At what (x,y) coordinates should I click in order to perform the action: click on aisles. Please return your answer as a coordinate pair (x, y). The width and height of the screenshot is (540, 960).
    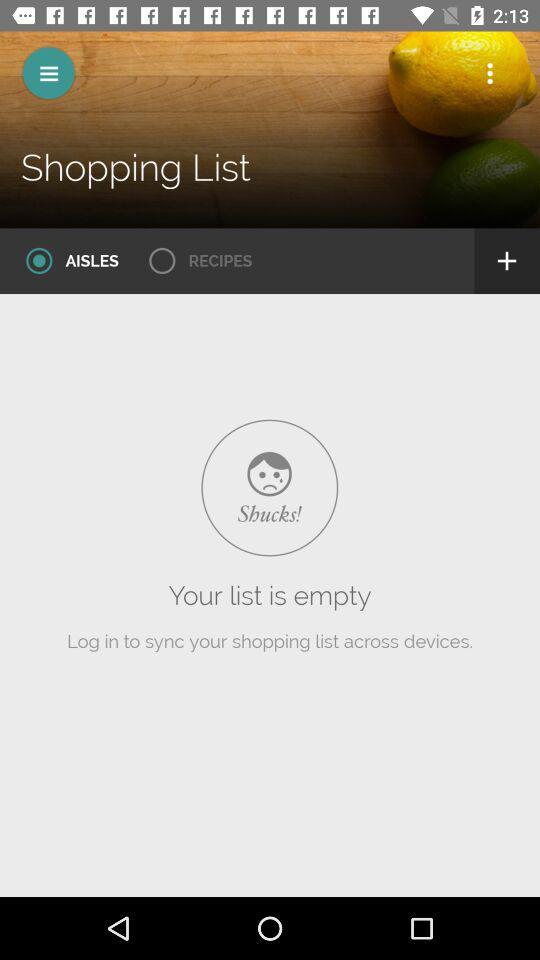
    Looking at the image, I should click on (65, 260).